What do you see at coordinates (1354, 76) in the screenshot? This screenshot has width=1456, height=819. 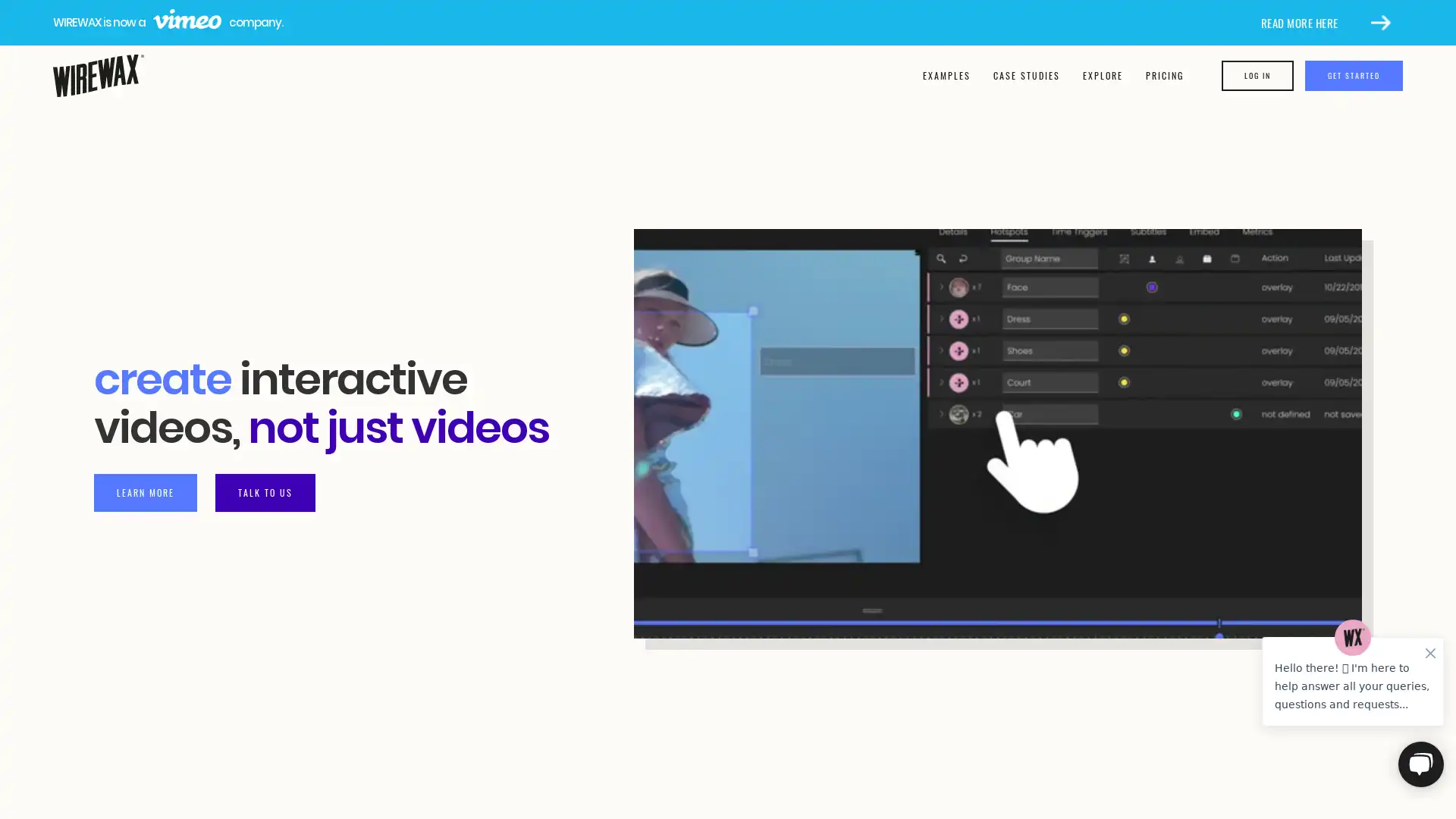 I see `GET STARTED` at bounding box center [1354, 76].